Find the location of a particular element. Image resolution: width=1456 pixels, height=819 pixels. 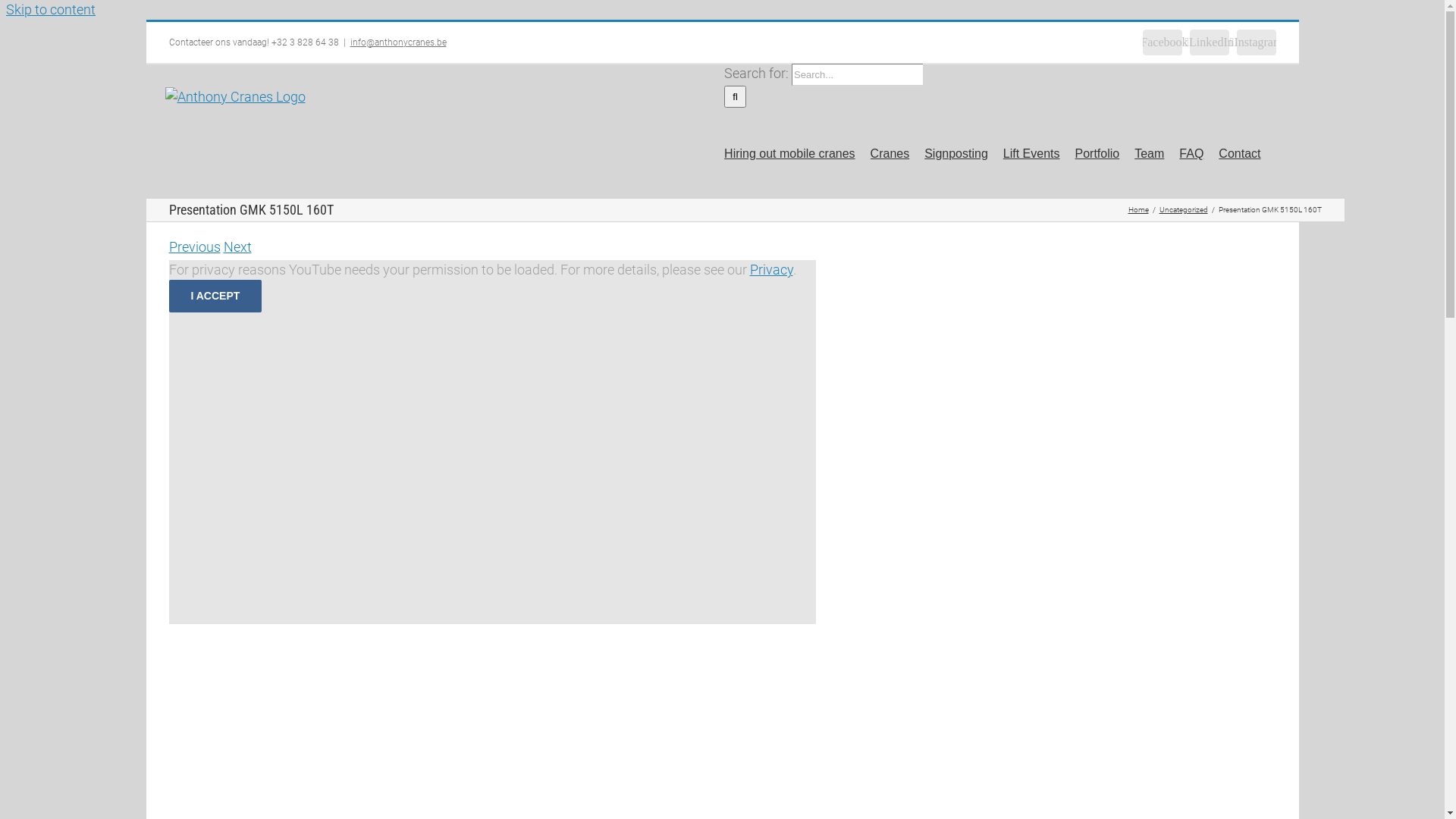

'Instagram' is located at coordinates (1236, 42).